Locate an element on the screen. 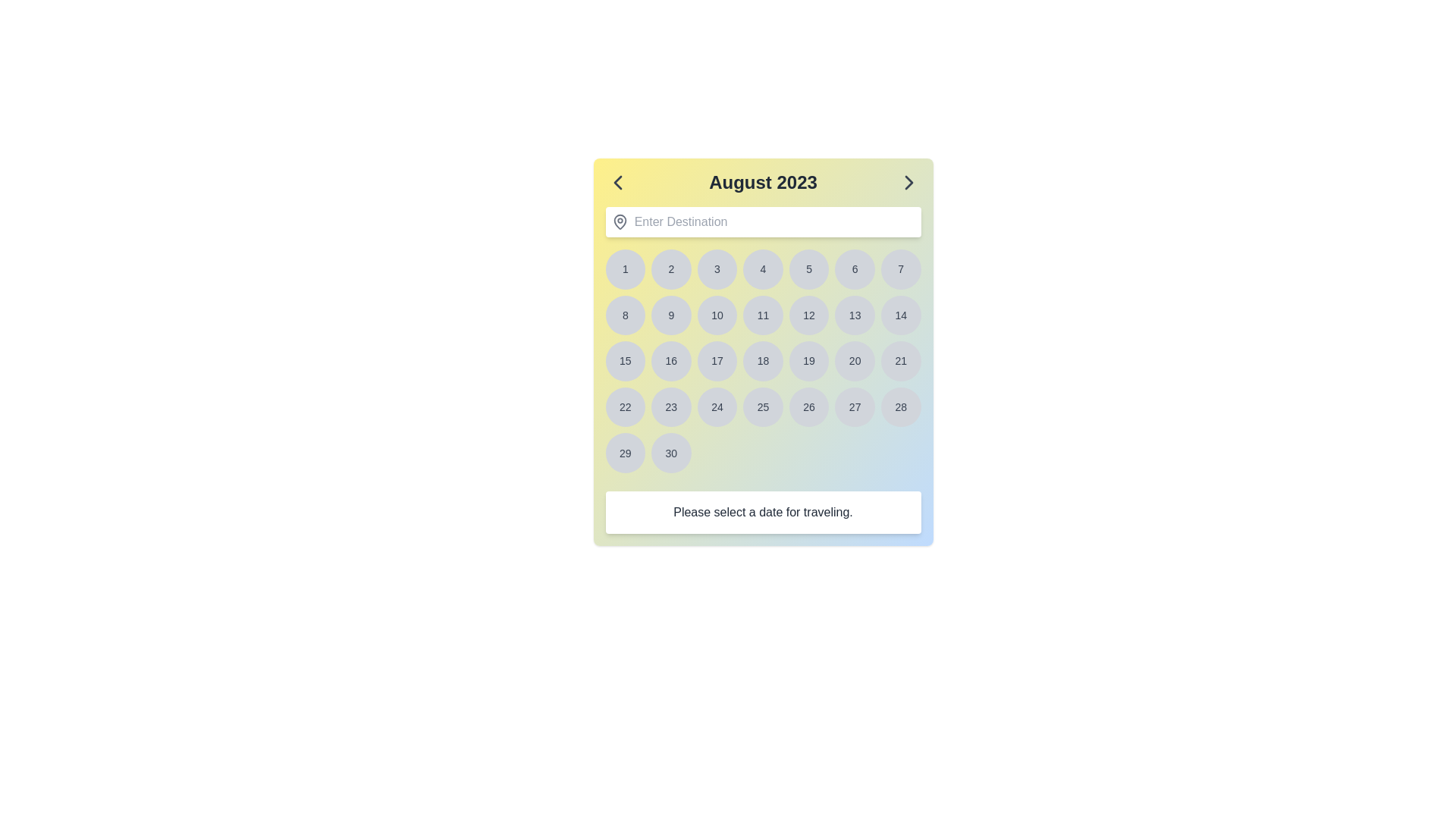 The width and height of the screenshot is (1456, 819). the circular button displaying the number '30' in bold text, located in the bottom-right corner of the grid is located at coordinates (670, 452).